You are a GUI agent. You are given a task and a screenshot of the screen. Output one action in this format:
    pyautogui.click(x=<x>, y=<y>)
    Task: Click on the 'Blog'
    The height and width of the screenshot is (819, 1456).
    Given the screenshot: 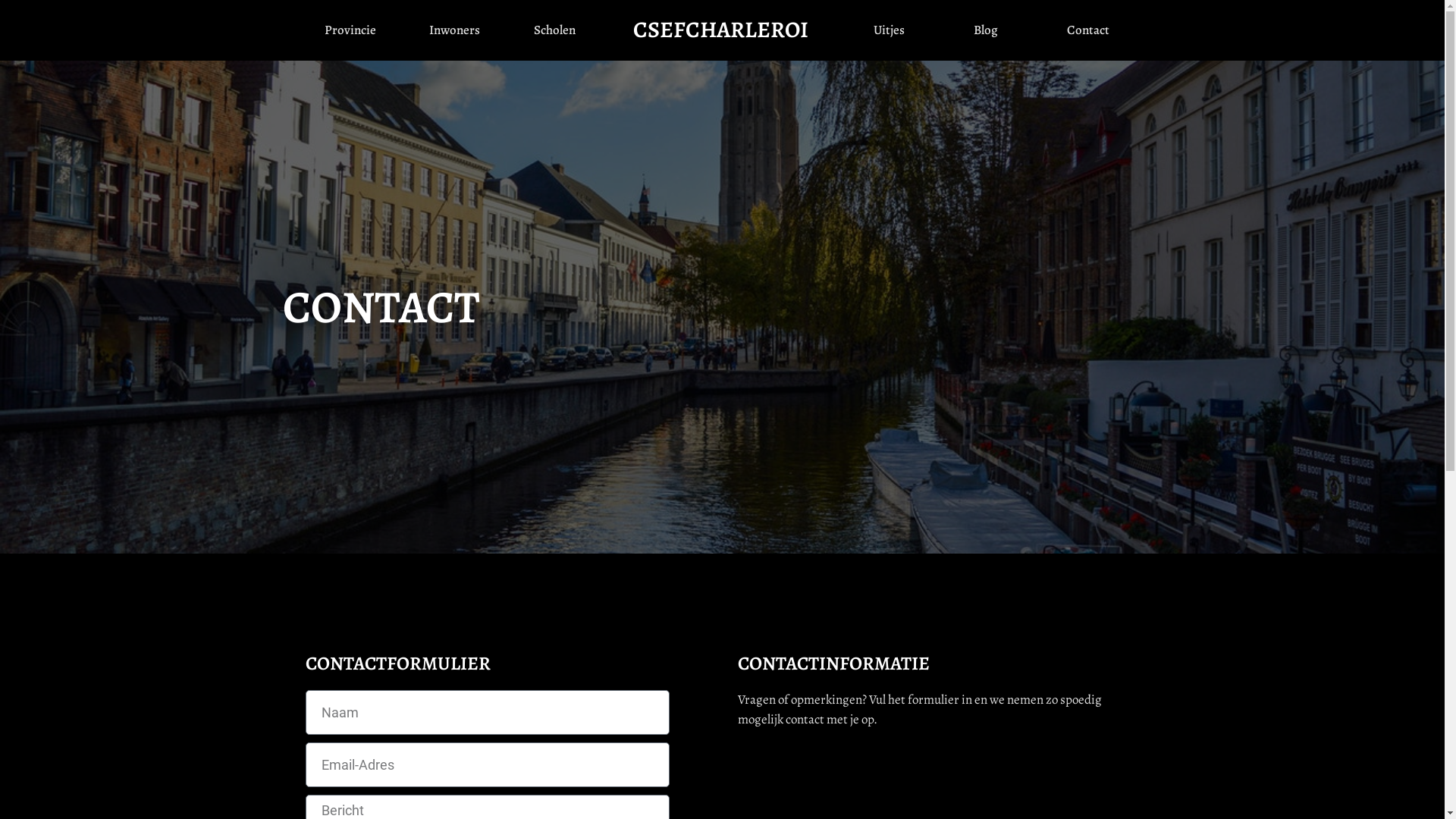 What is the action you would take?
    pyautogui.click(x=938, y=30)
    